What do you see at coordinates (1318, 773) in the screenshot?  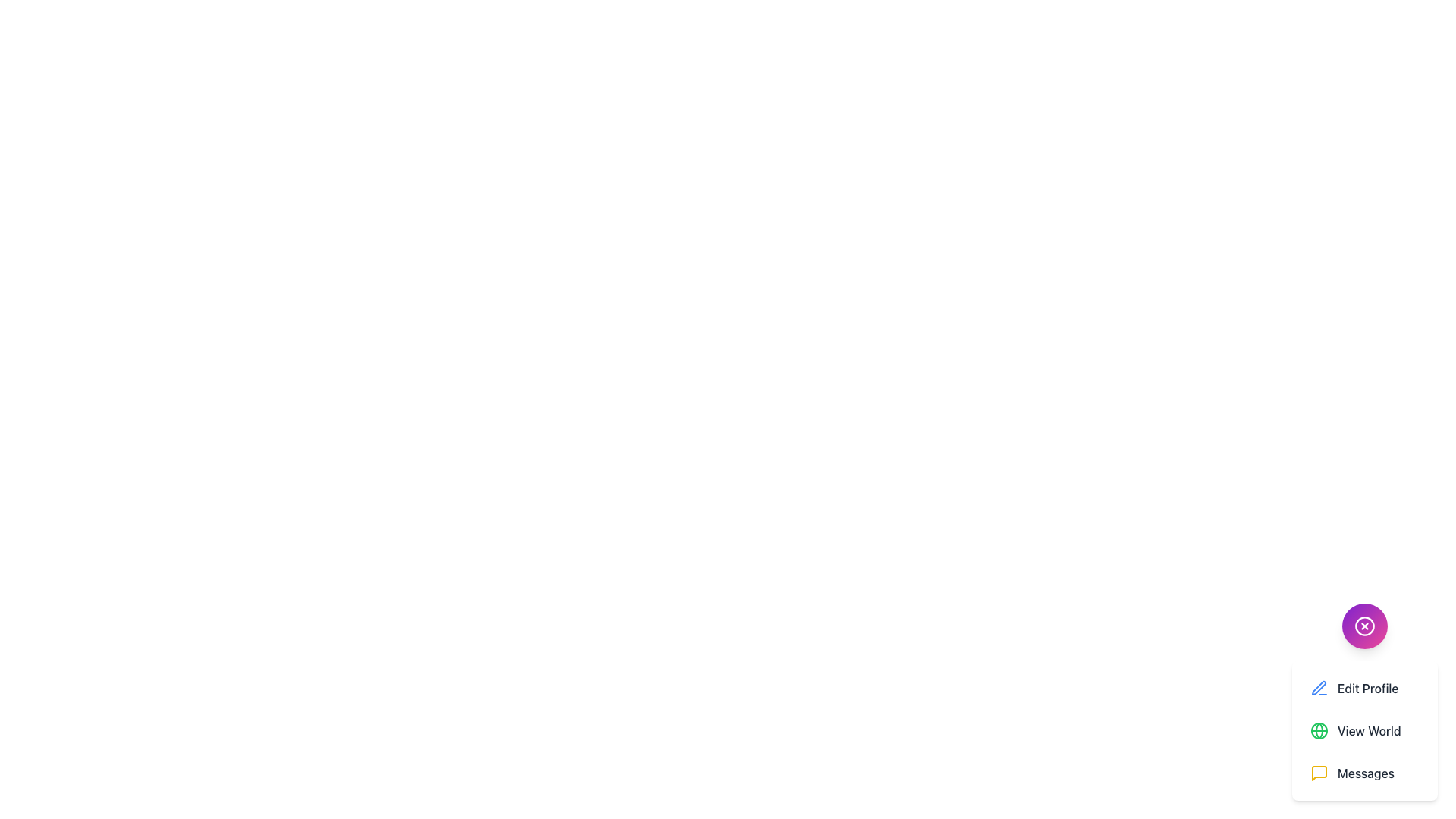 I see `the 'Messages' menu item` at bounding box center [1318, 773].